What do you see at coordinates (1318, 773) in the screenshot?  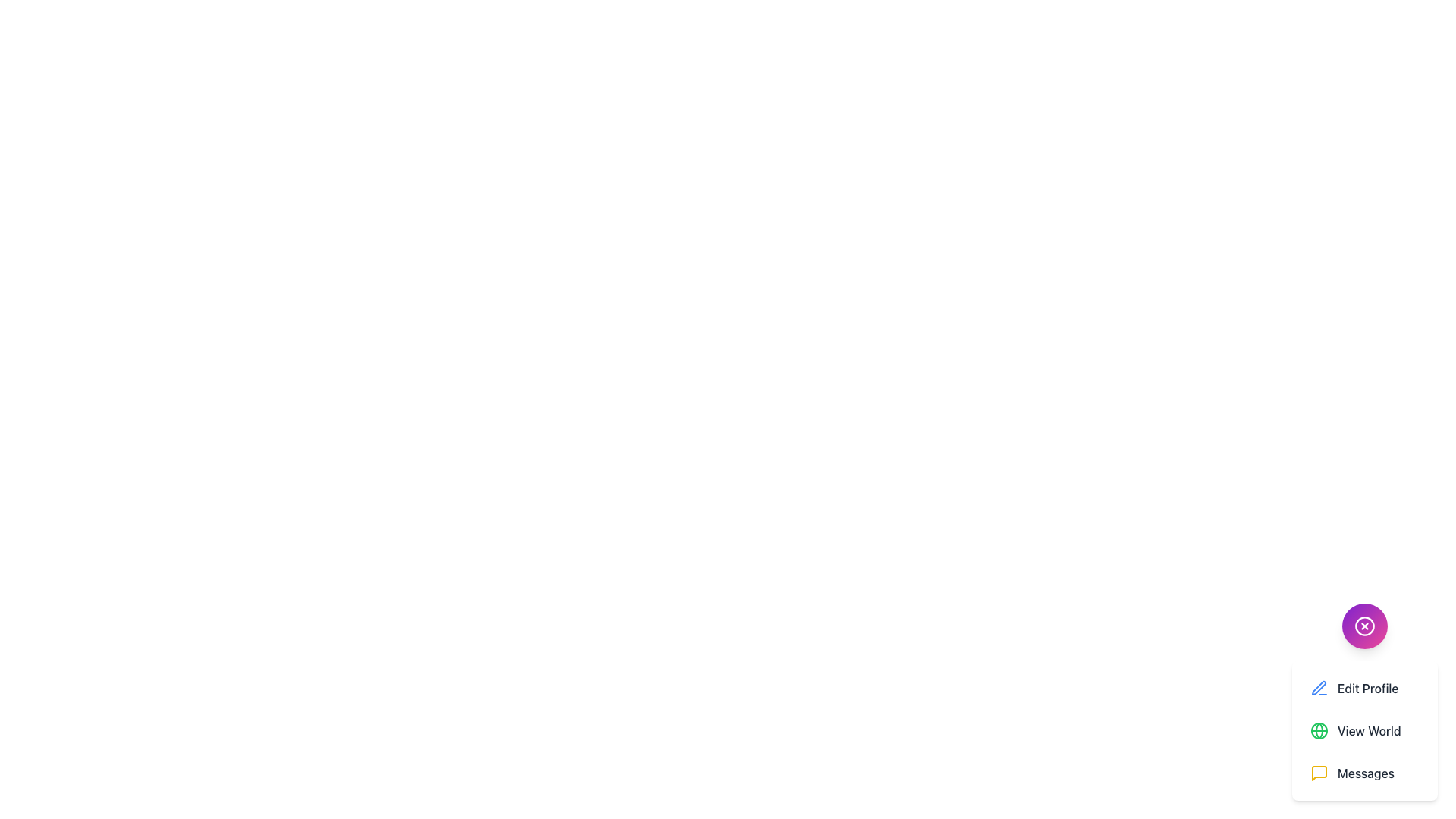 I see `the 'Messages' menu item` at bounding box center [1318, 773].